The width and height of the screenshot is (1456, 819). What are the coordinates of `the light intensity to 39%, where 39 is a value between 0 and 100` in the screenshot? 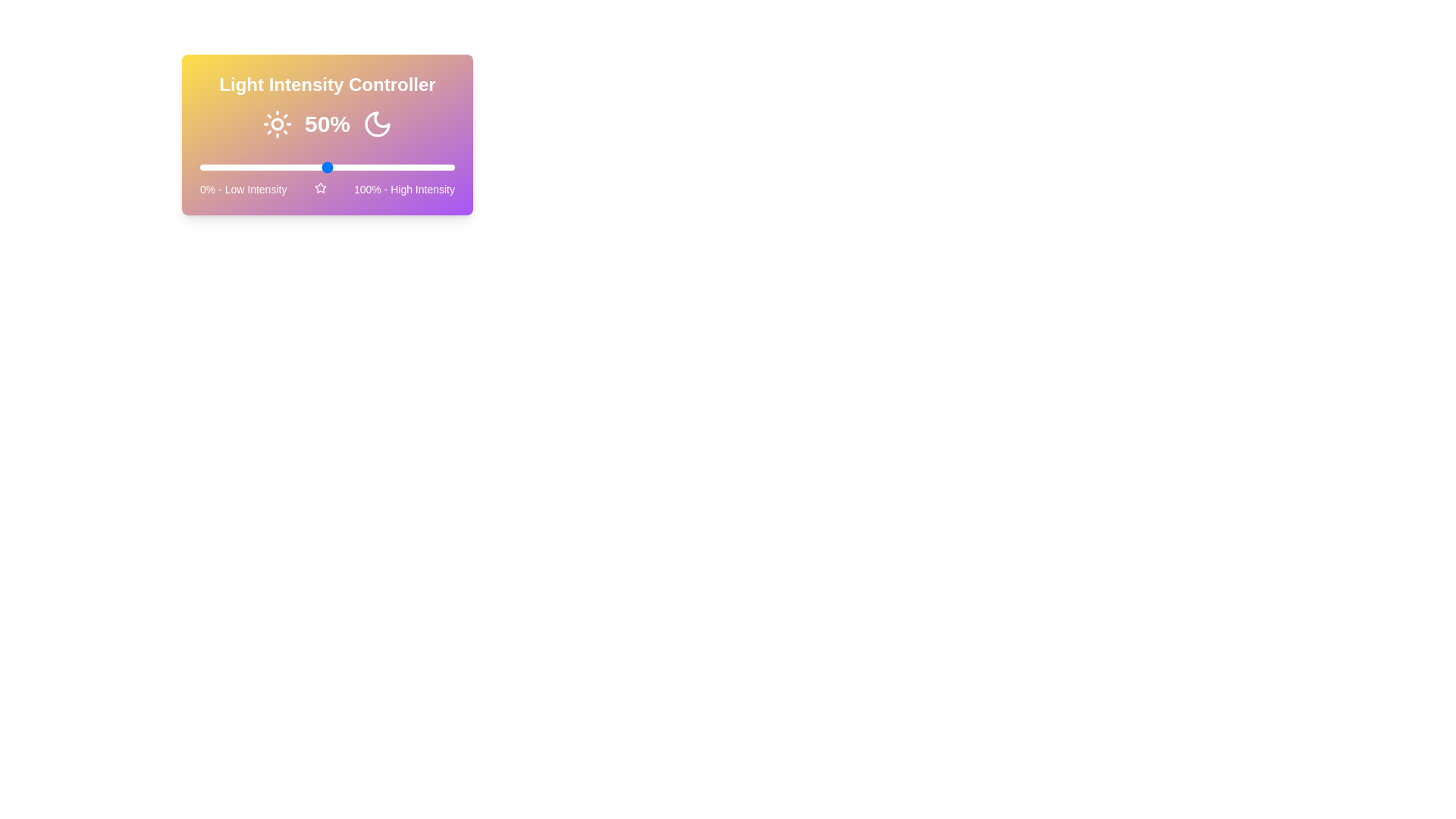 It's located at (300, 167).